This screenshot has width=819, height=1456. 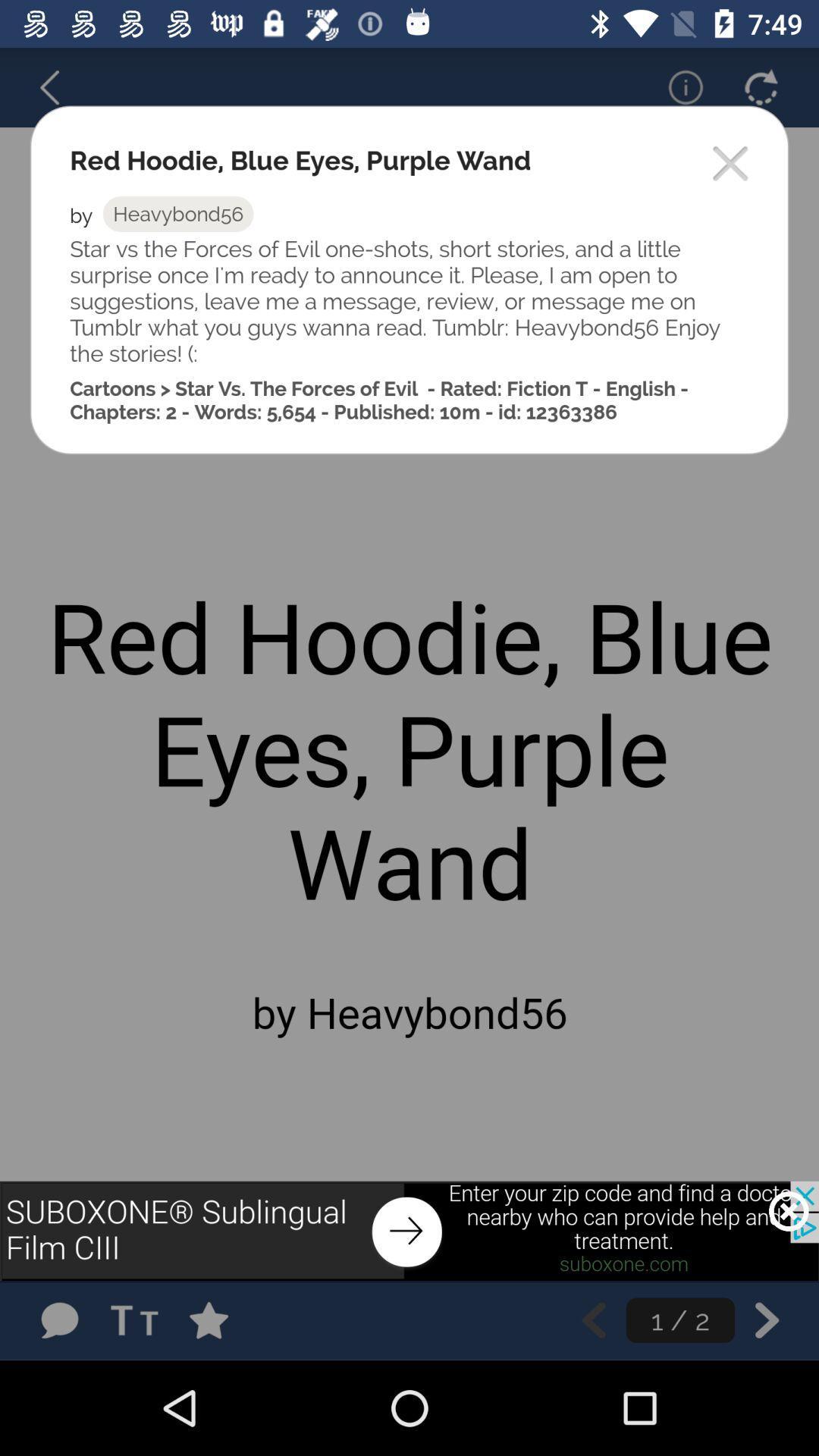 What do you see at coordinates (593, 1319) in the screenshot?
I see `go back` at bounding box center [593, 1319].